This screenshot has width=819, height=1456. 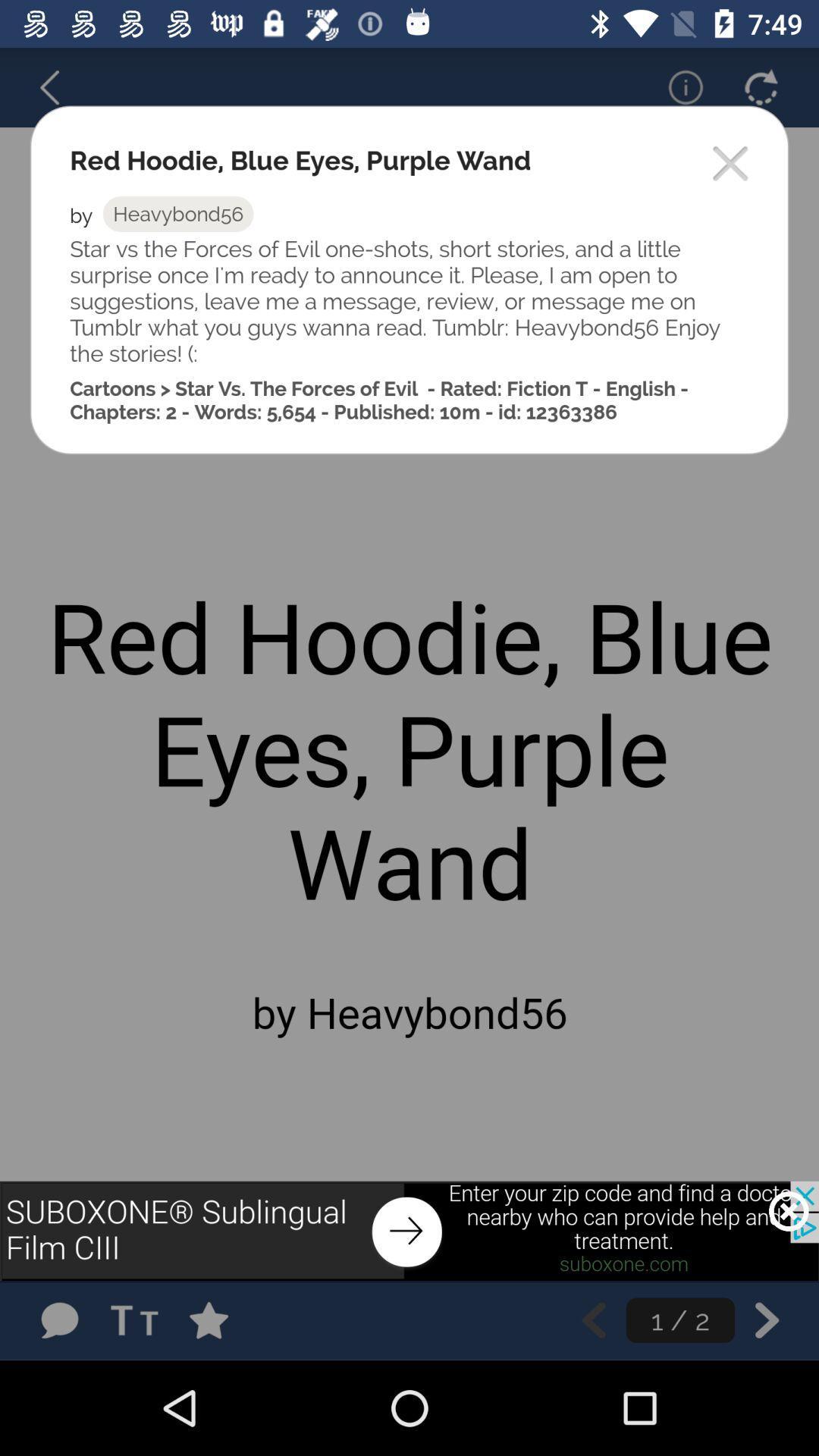 What do you see at coordinates (593, 1319) in the screenshot?
I see `go back` at bounding box center [593, 1319].